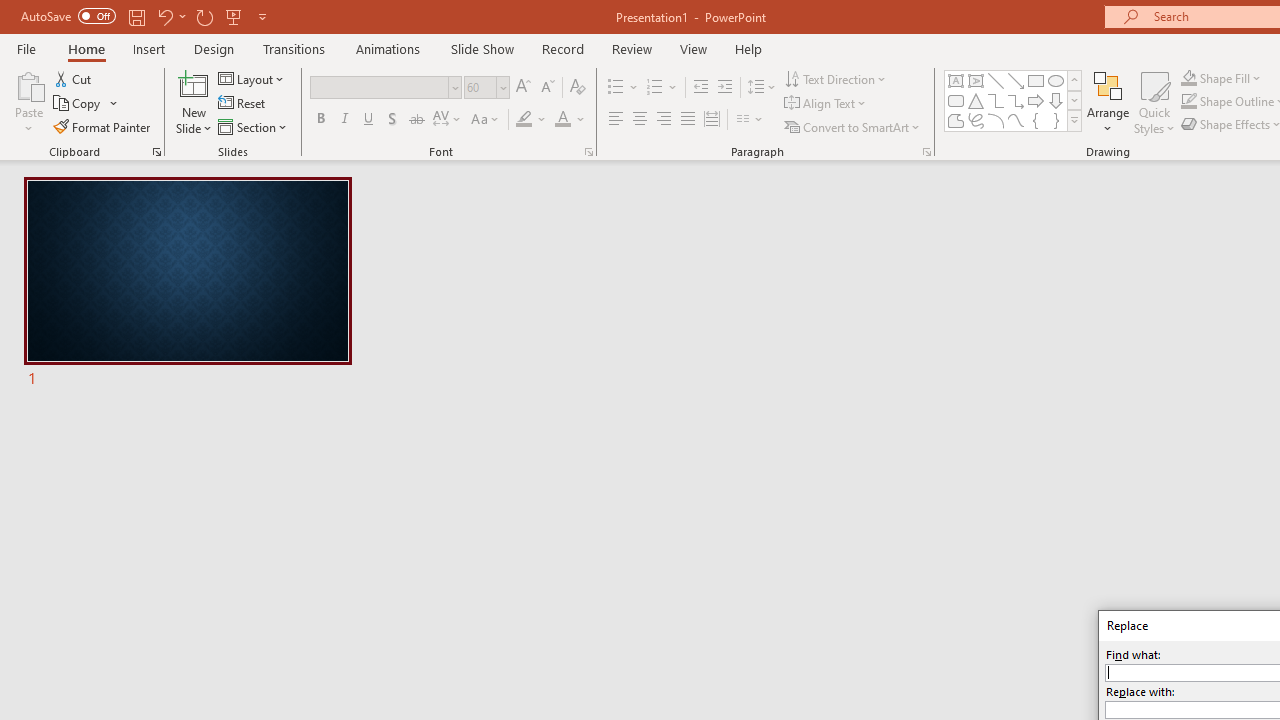 This screenshot has height=720, width=1280. What do you see at coordinates (587, 150) in the screenshot?
I see `'Font...'` at bounding box center [587, 150].